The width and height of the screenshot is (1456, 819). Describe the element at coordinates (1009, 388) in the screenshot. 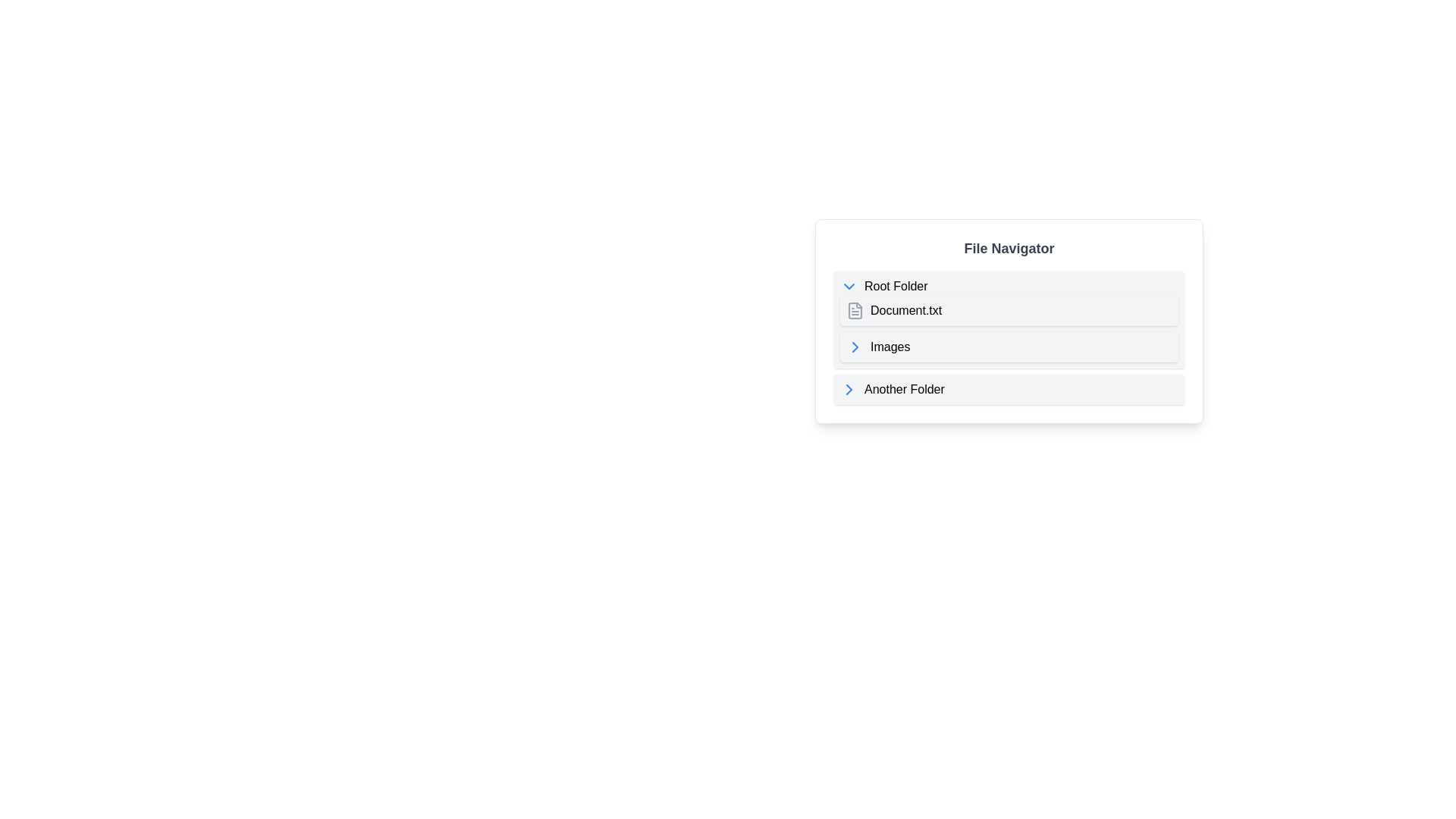

I see `the folder navigation item labeled 'Another Folder'` at that location.